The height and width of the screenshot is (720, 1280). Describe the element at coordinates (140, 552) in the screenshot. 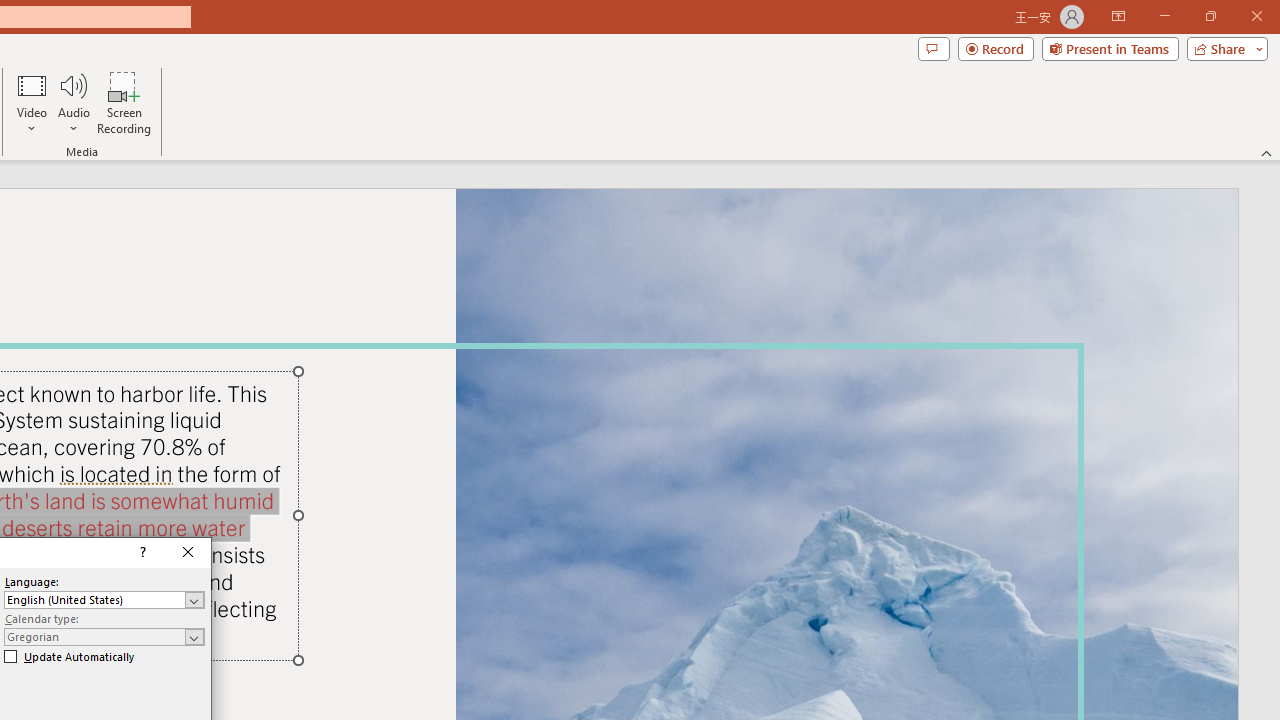

I see `'Context help'` at that location.